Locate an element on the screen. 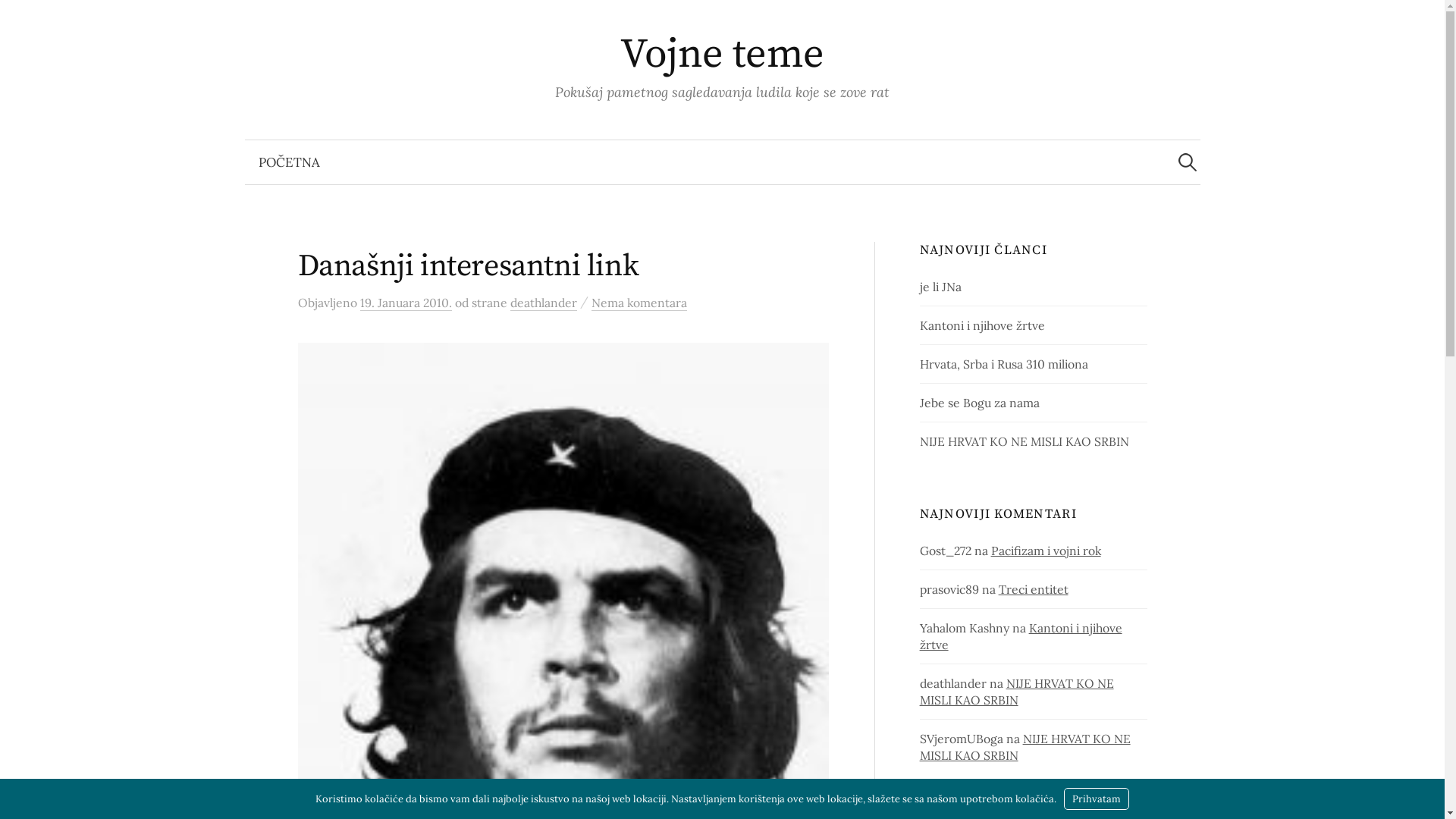 This screenshot has width=1456, height=819. 'Treci entitet' is located at coordinates (1033, 588).